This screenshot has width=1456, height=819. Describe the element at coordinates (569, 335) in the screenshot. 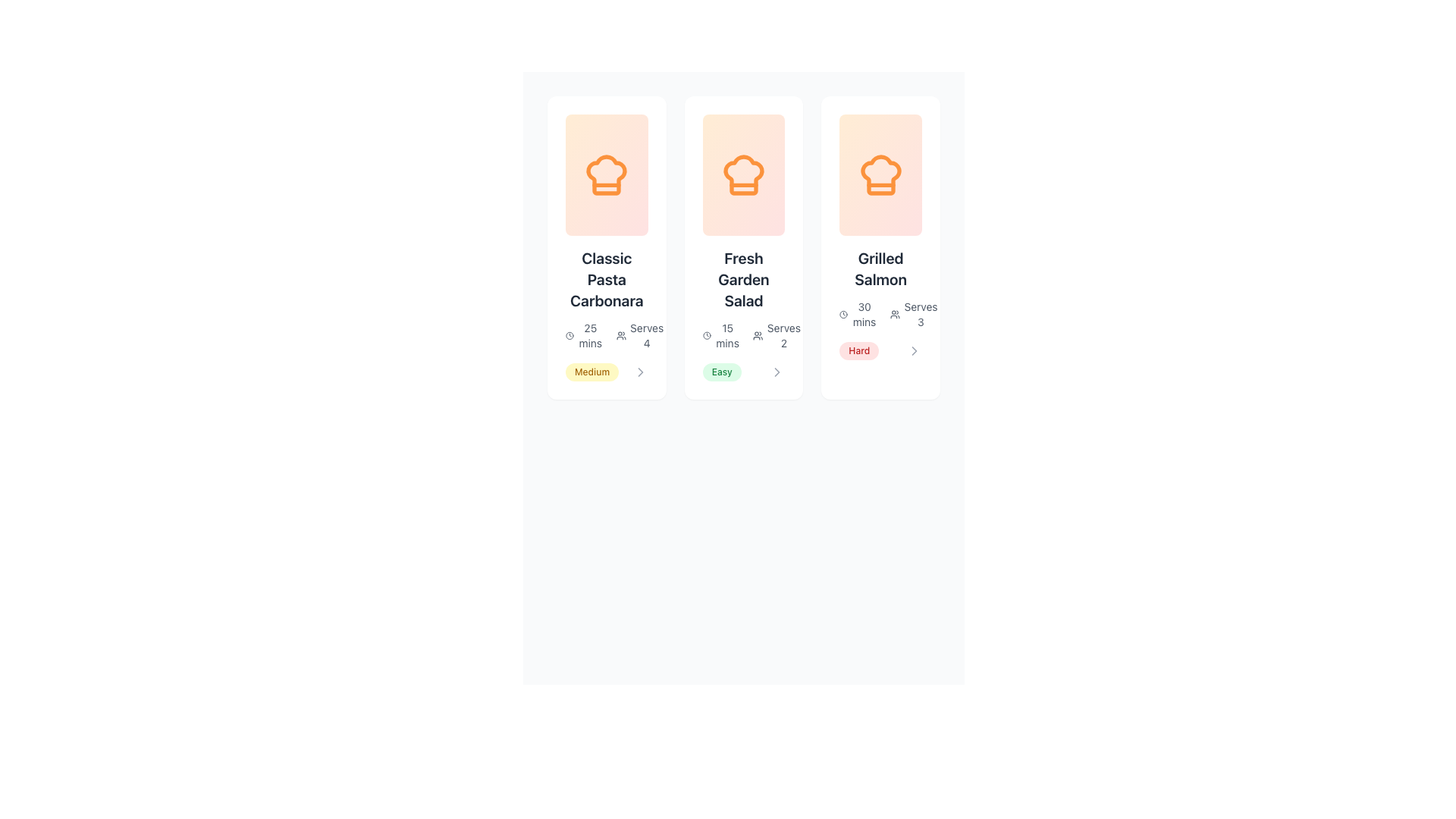

I see `the clock icon located within the card for 'Classic Pasta Carbonara', which visually represents the duration of '25 mins'` at that location.